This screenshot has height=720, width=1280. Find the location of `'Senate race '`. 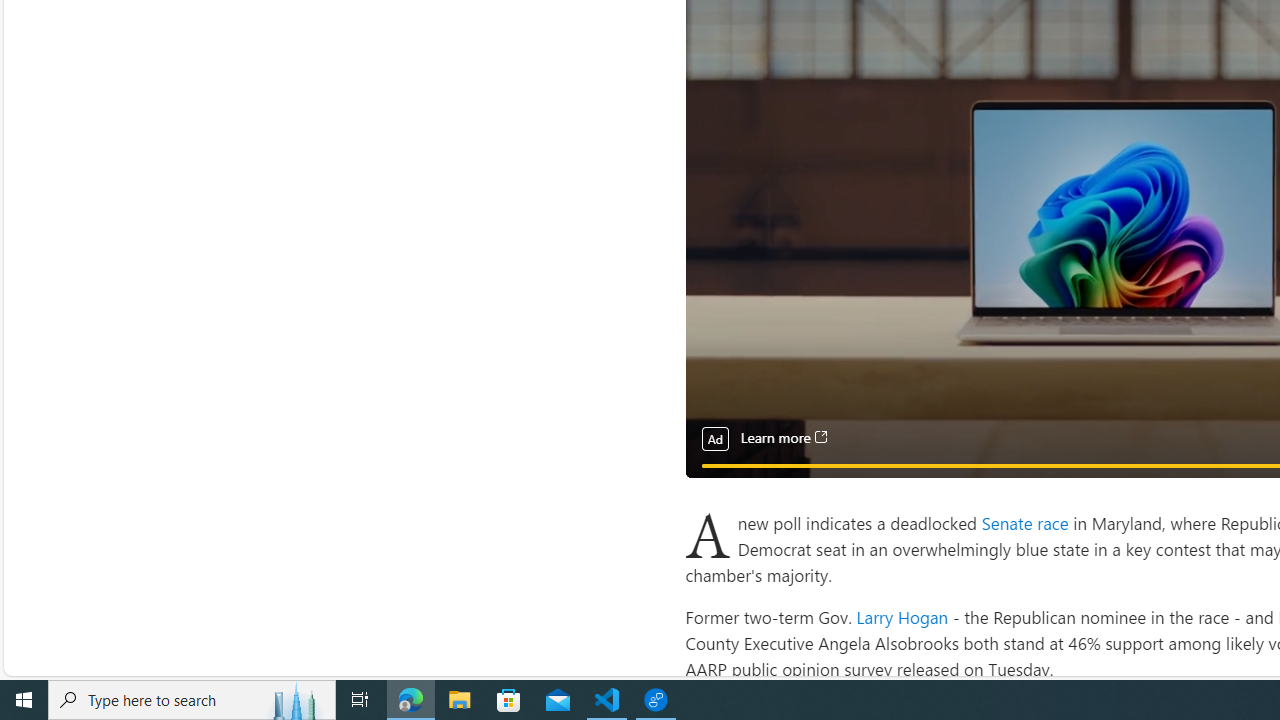

'Senate race ' is located at coordinates (1027, 521).